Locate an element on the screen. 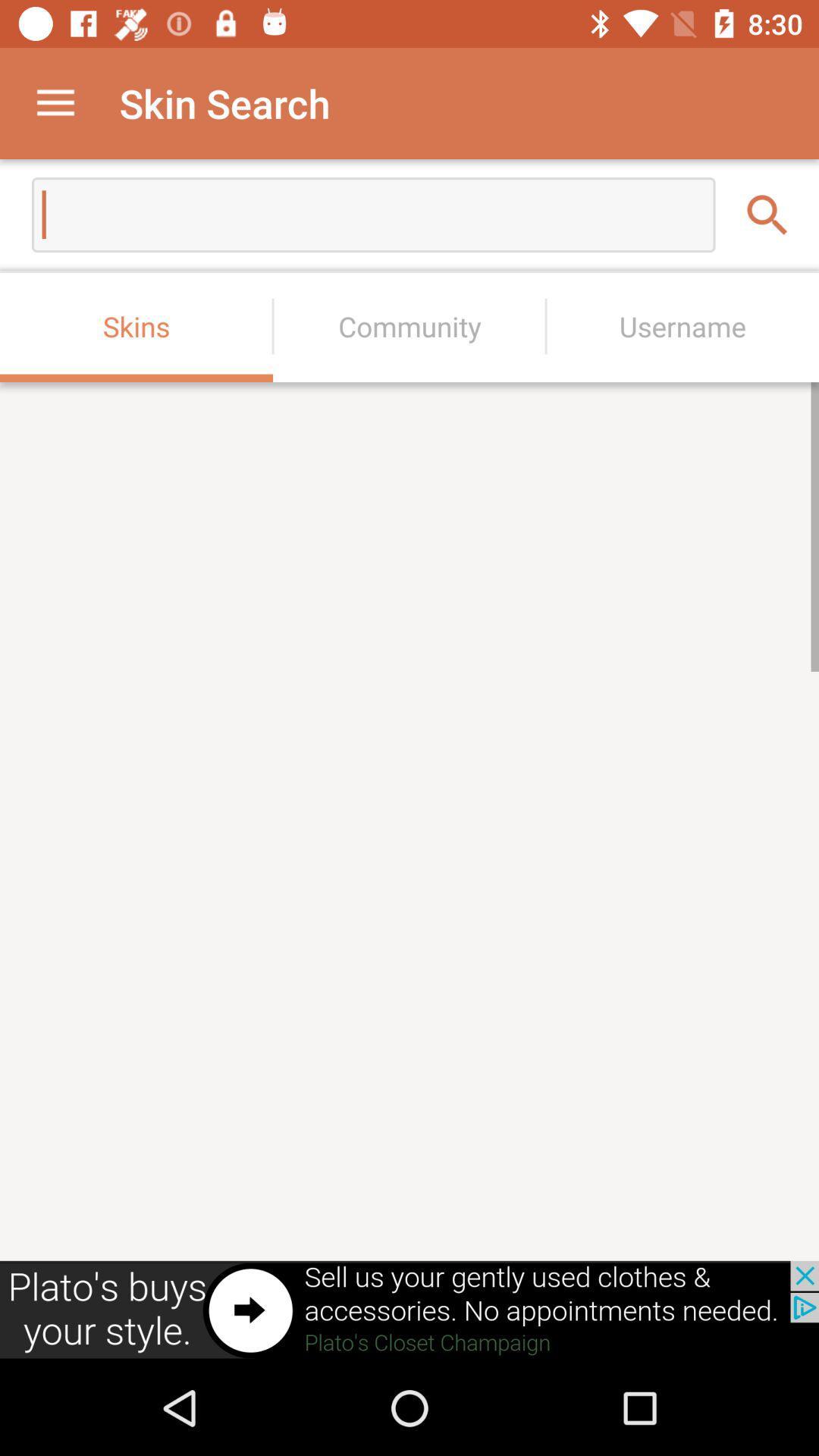  the search icon is located at coordinates (767, 214).